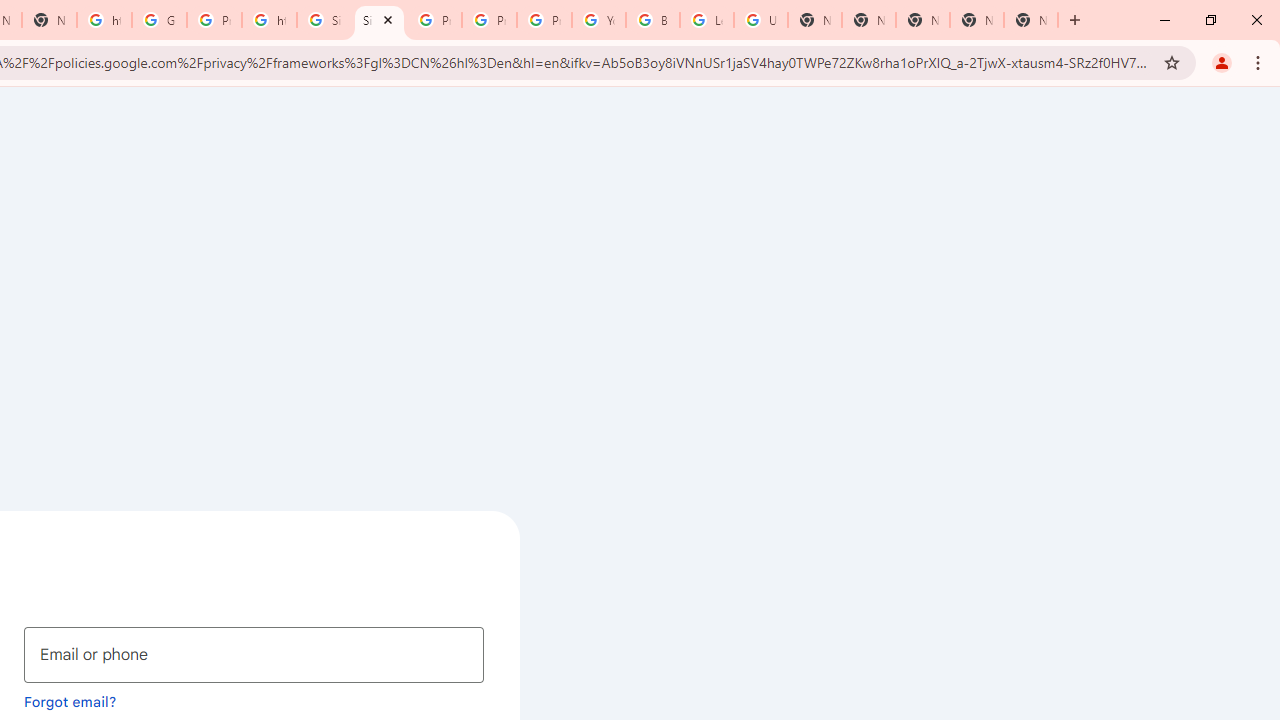 This screenshot has height=720, width=1280. Describe the element at coordinates (379, 20) in the screenshot. I see `'Sign in - Google Accounts'` at that location.